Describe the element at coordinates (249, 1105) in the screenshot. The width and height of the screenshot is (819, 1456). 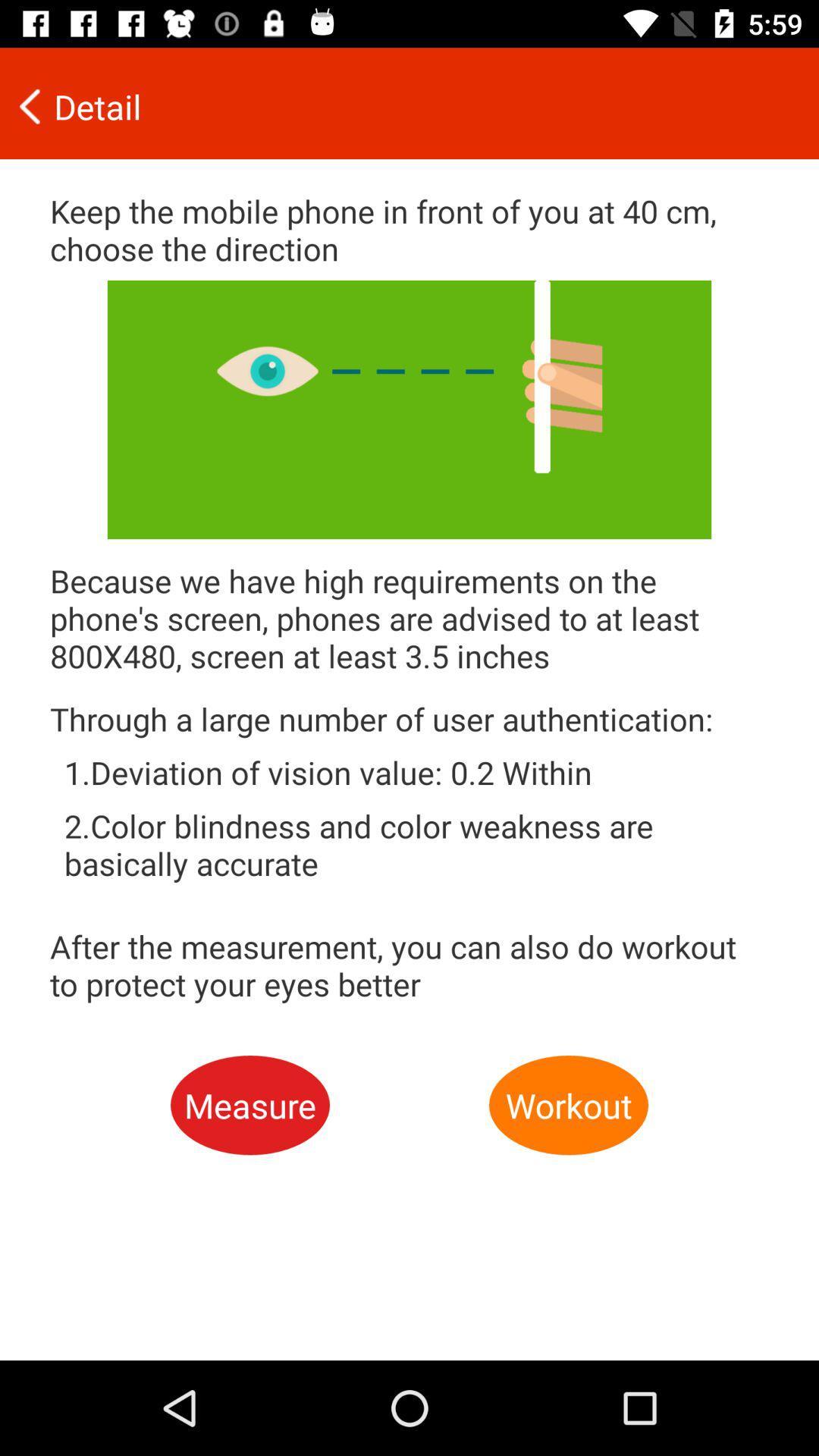
I see `the icon to the left of workout icon` at that location.